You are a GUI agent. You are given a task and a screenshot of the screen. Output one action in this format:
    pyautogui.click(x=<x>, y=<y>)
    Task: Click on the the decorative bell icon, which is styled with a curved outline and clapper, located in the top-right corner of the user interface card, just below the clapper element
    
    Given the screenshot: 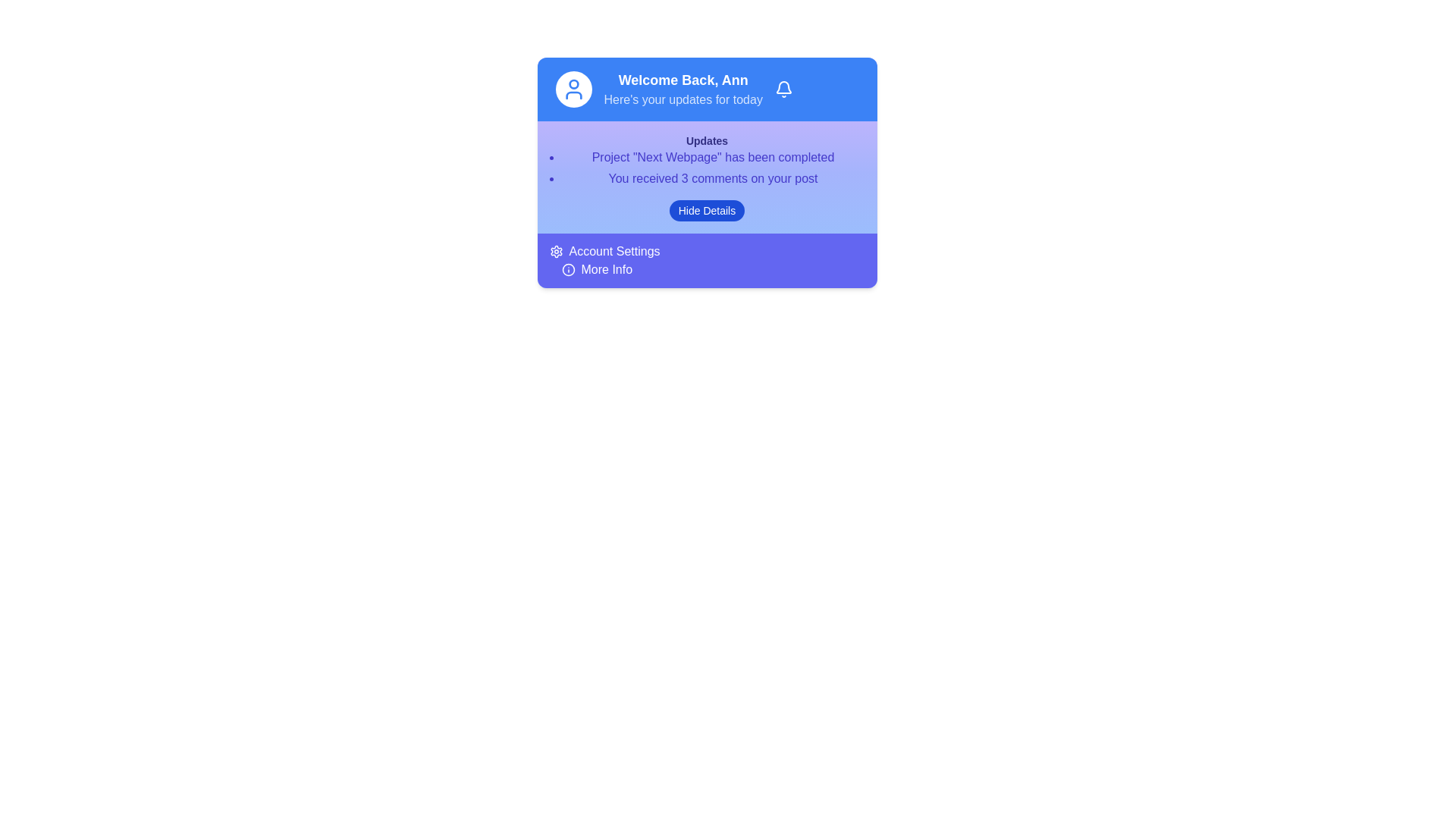 What is the action you would take?
    pyautogui.click(x=783, y=87)
    